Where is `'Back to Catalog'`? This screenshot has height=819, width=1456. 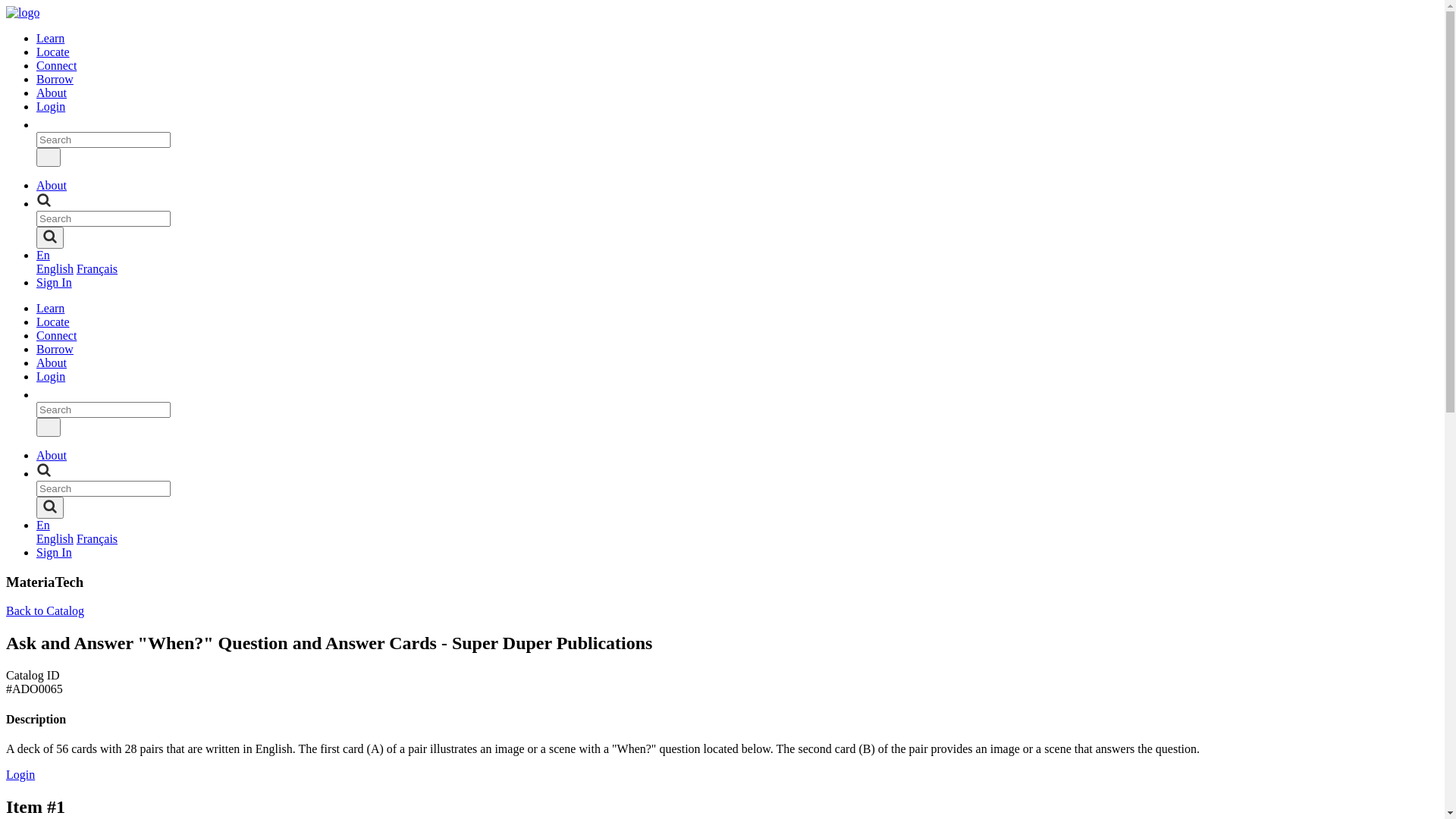 'Back to Catalog' is located at coordinates (45, 610).